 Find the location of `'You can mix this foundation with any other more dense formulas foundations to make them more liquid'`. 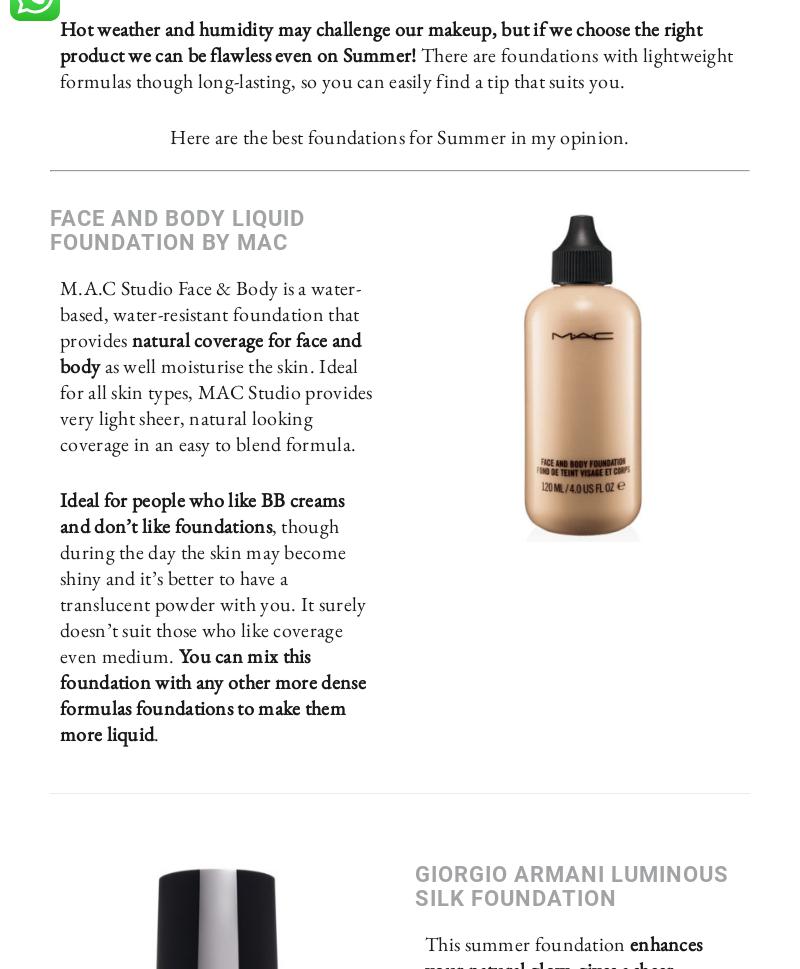

'You can mix this foundation with any other more dense formulas foundations to make them more liquid' is located at coordinates (212, 693).